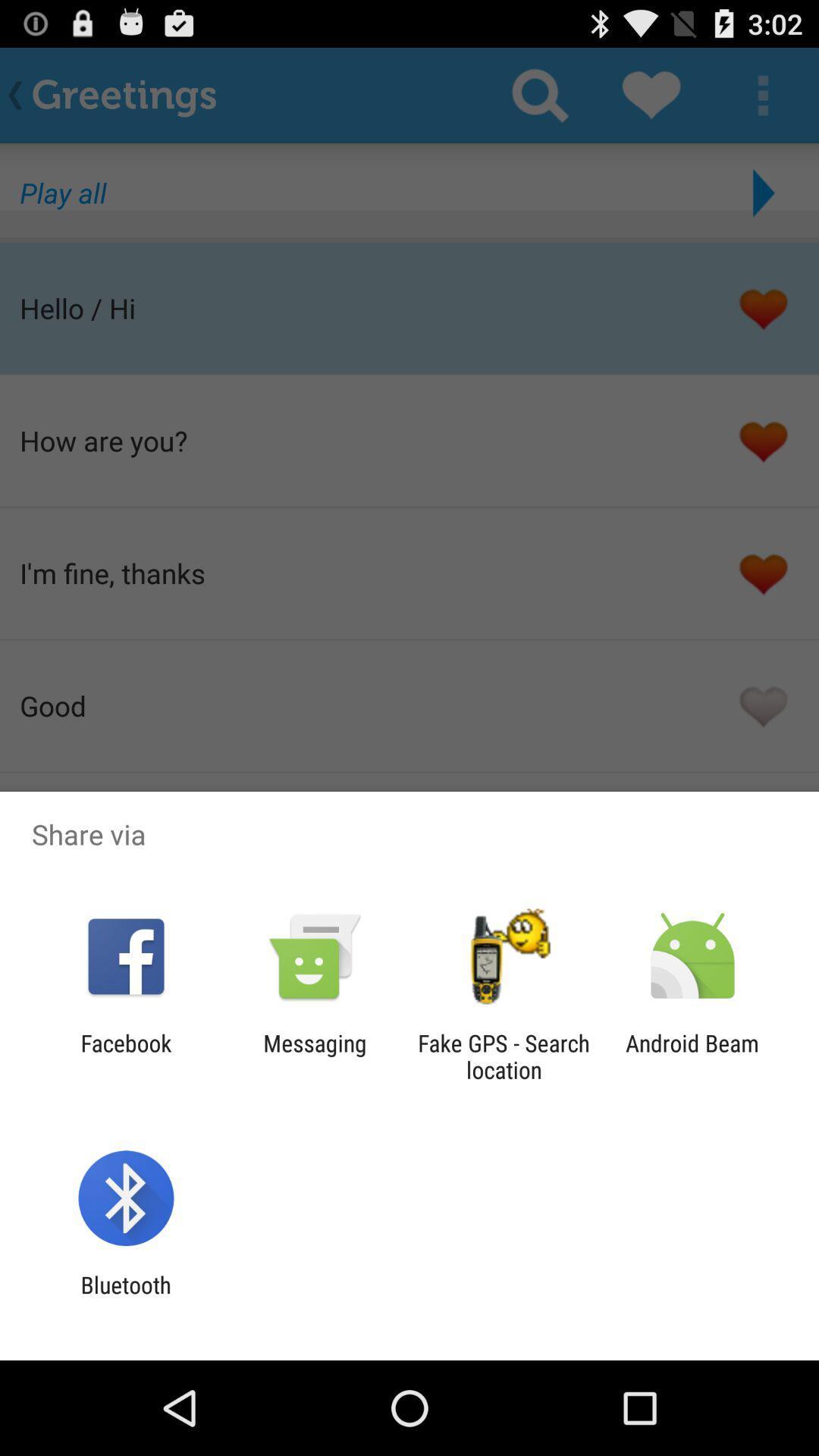  What do you see at coordinates (314, 1056) in the screenshot?
I see `app to the right of the facebook icon` at bounding box center [314, 1056].